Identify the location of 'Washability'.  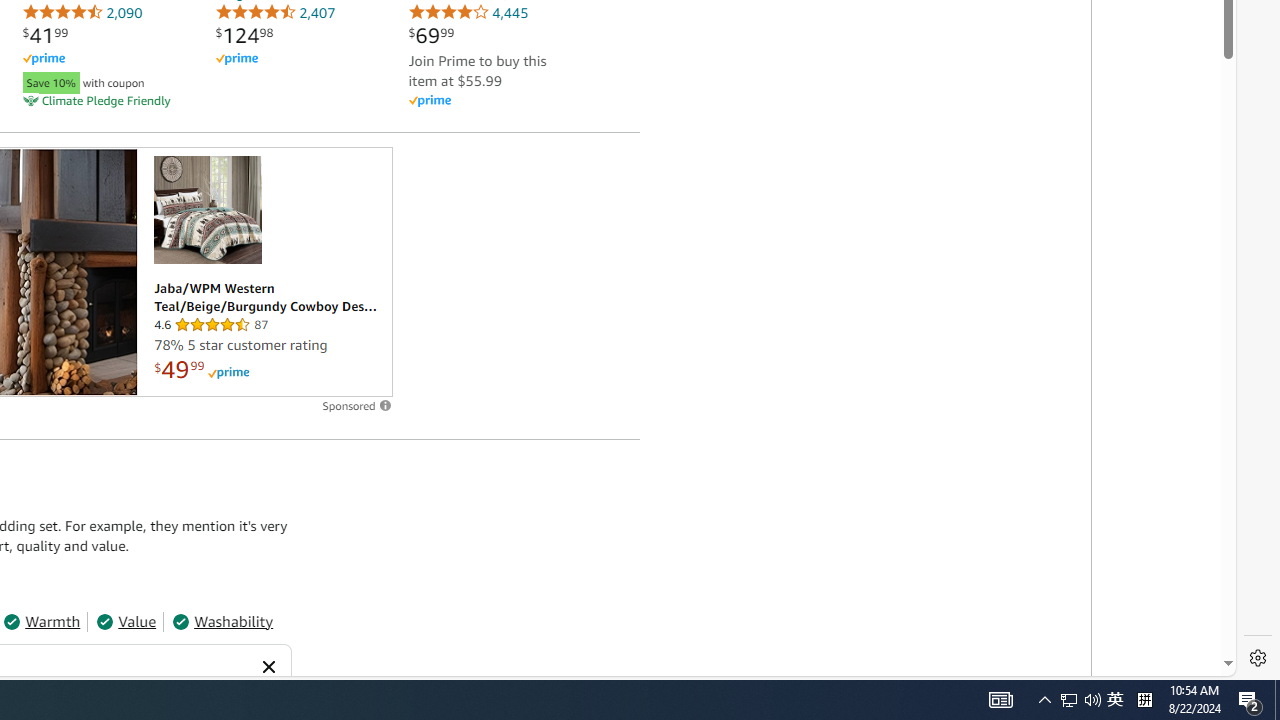
(222, 620).